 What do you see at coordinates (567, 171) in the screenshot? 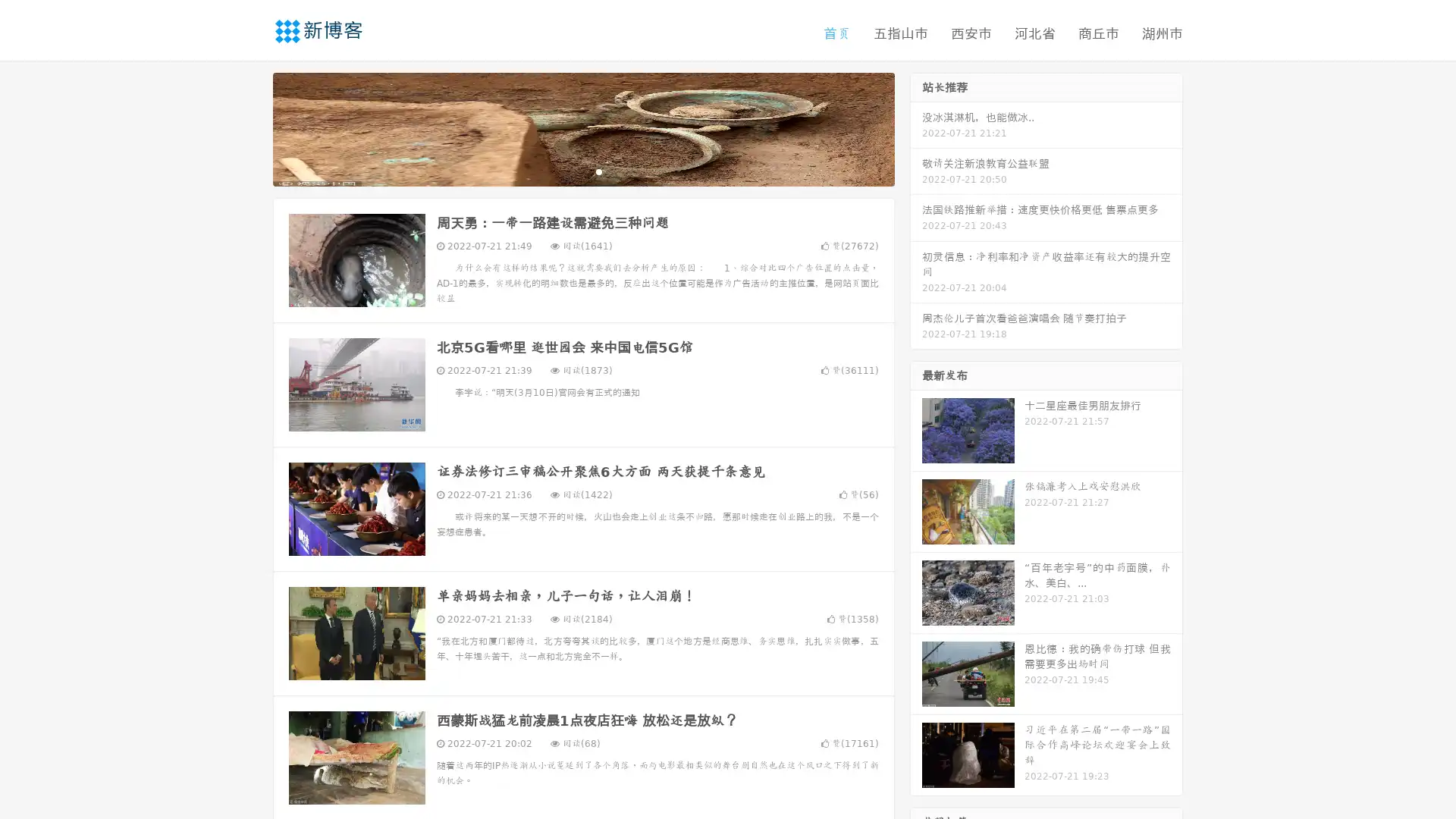
I see `Go to slide 1` at bounding box center [567, 171].